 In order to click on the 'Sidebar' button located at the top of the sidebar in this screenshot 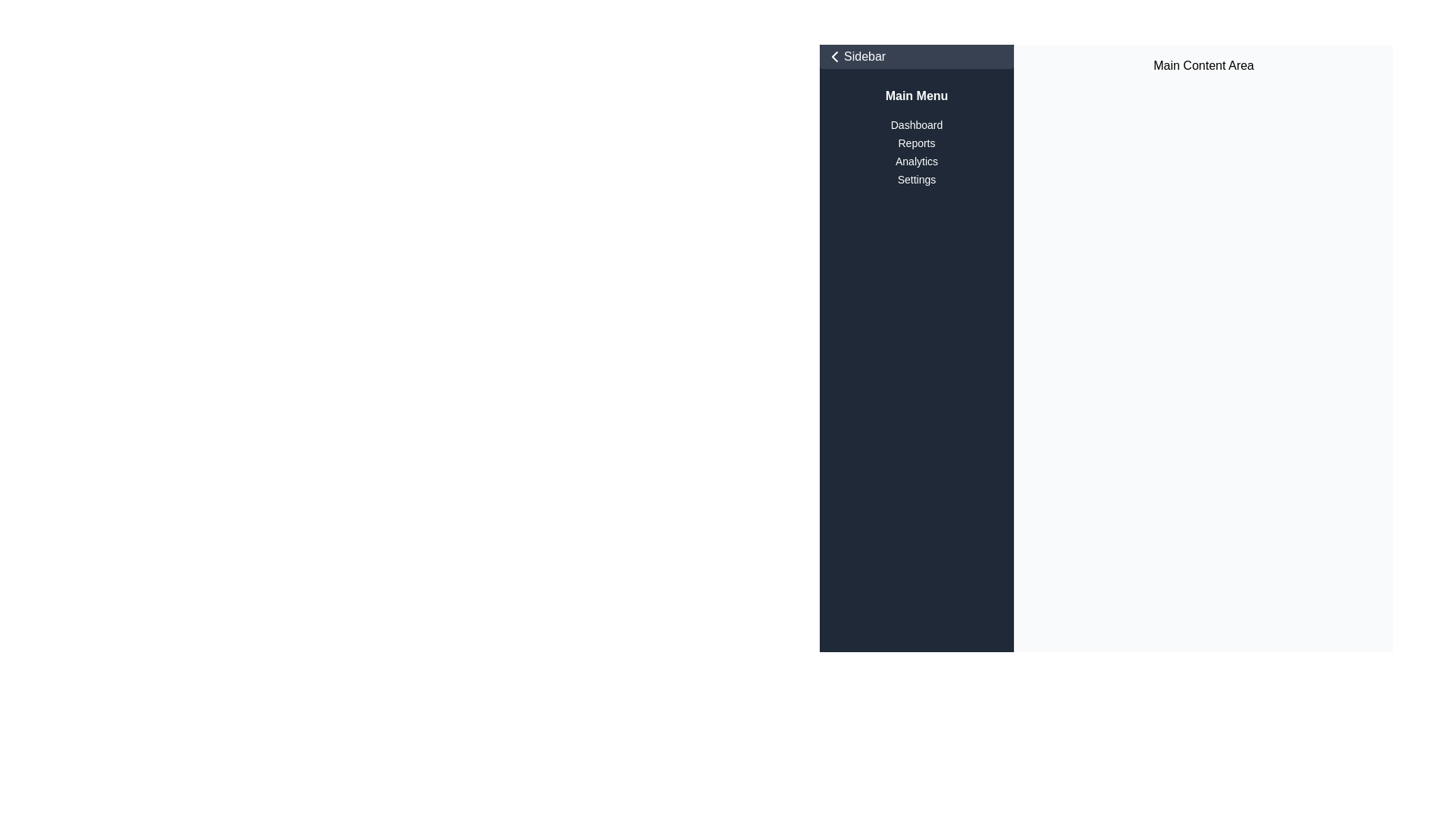, I will do `click(916, 55)`.